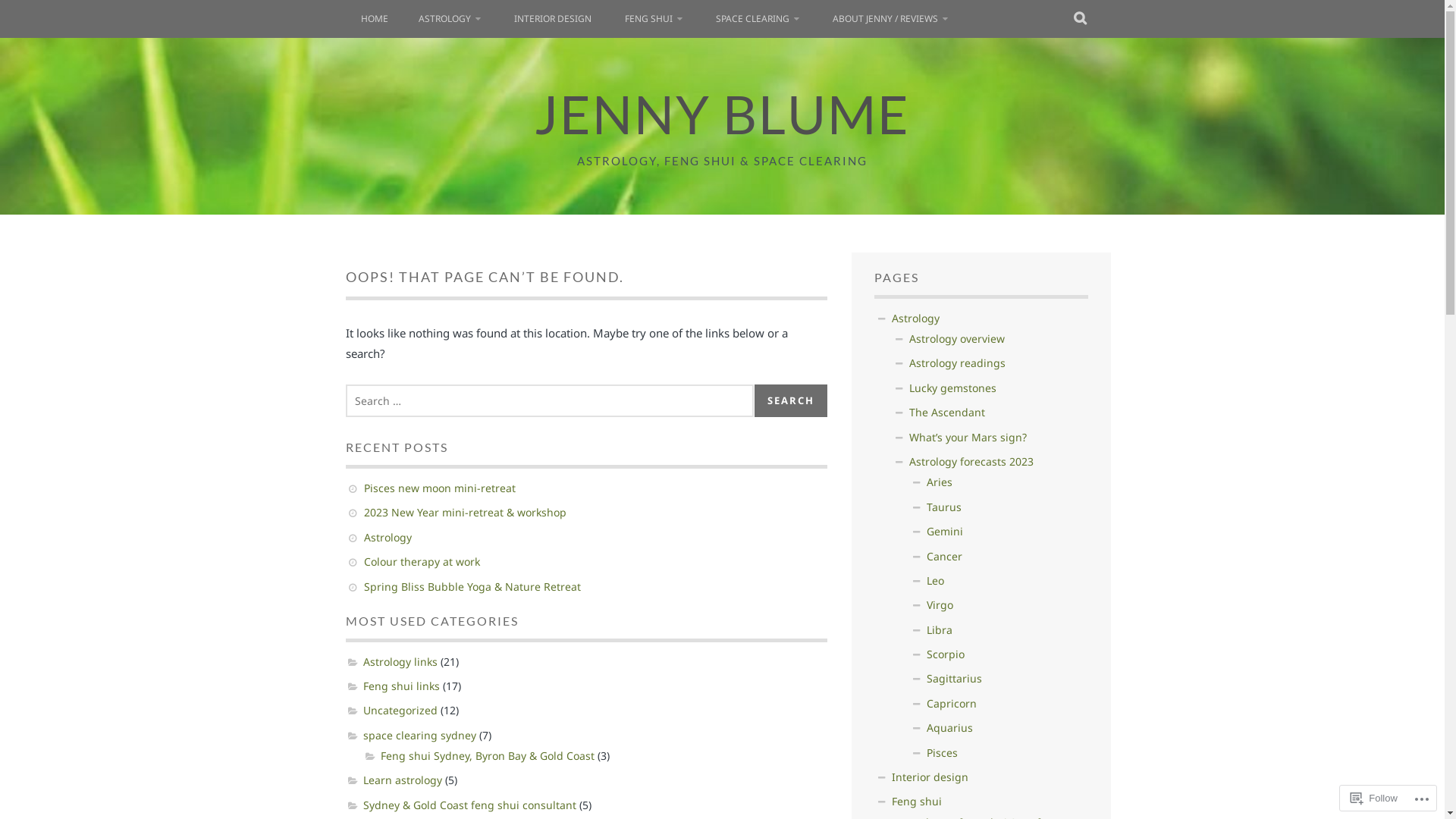  What do you see at coordinates (926, 653) in the screenshot?
I see `'Scorpio'` at bounding box center [926, 653].